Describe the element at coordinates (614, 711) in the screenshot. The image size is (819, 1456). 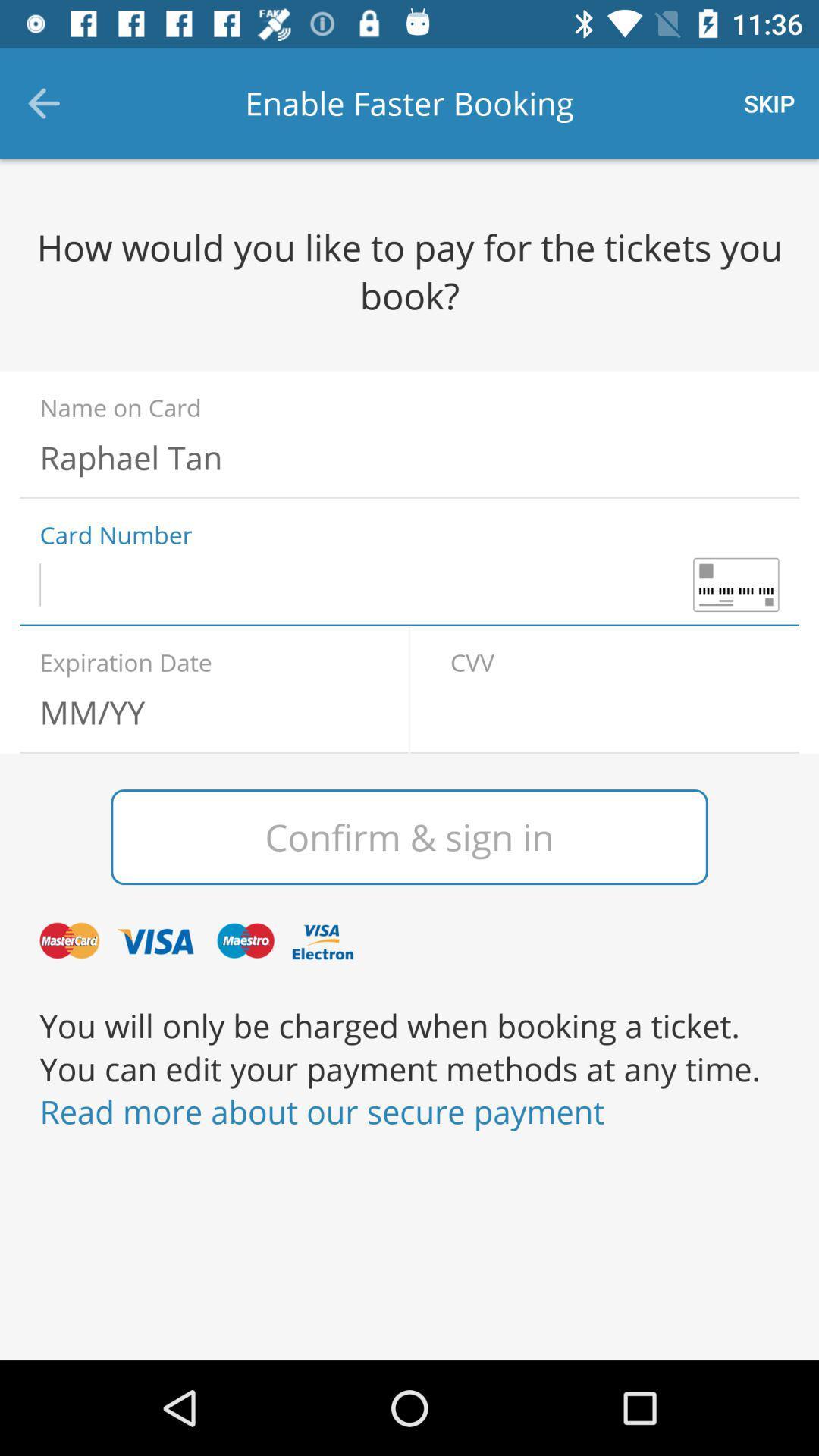
I see `go back` at that location.